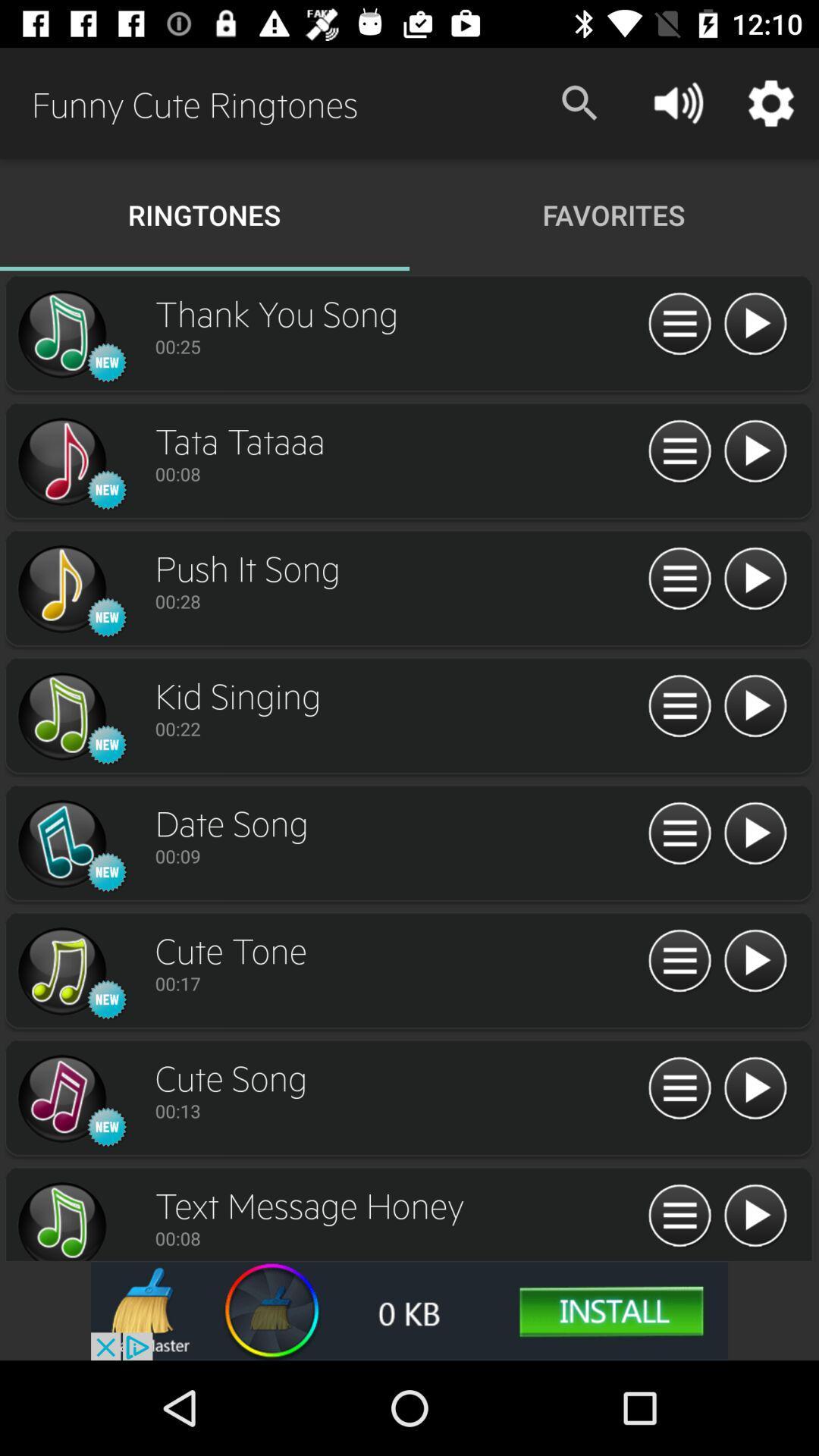 Image resolution: width=819 pixels, height=1456 pixels. I want to click on switch play option, so click(755, 961).